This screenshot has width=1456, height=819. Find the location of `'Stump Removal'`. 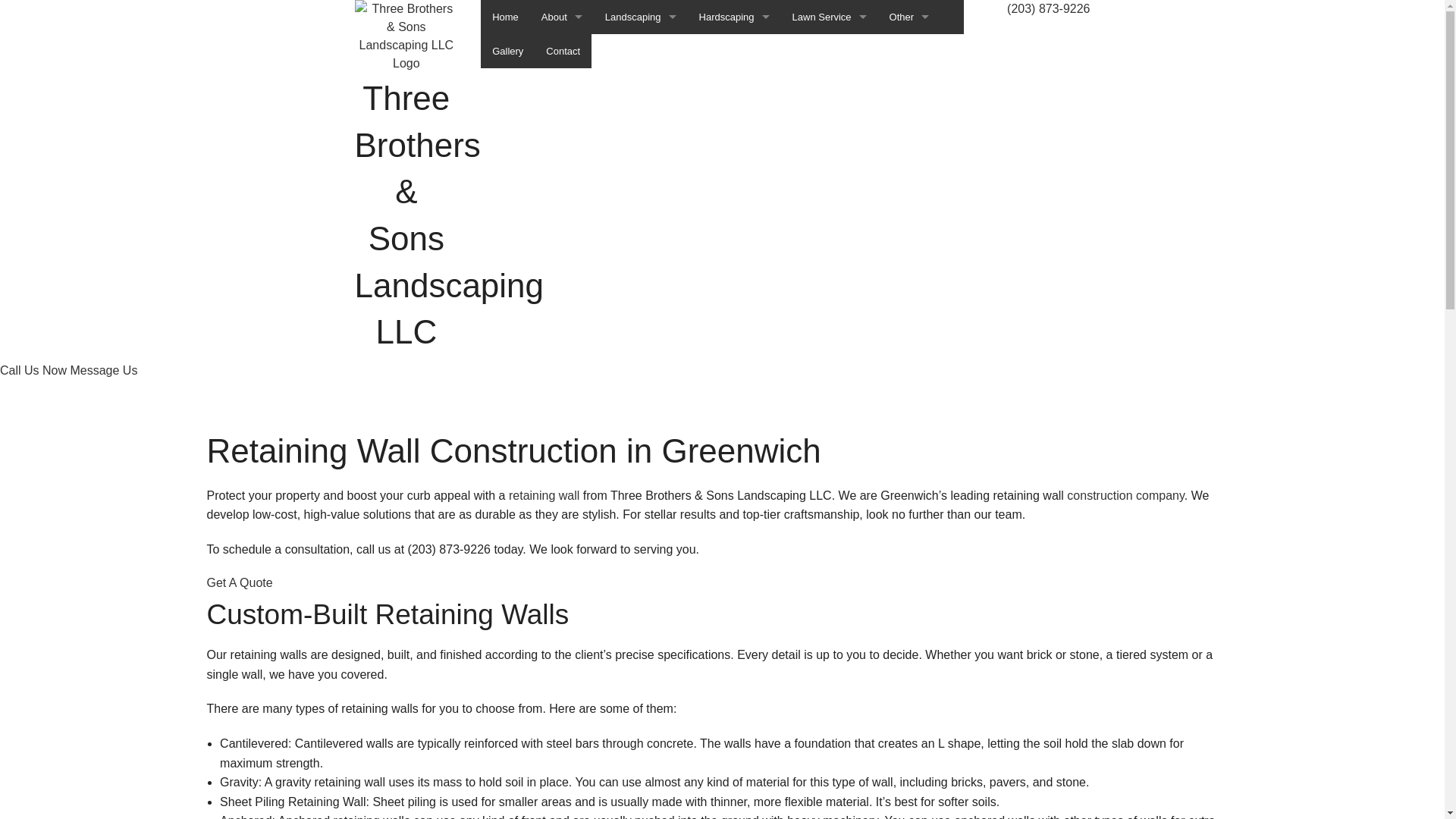

'Stump Removal' is located at coordinates (909, 290).